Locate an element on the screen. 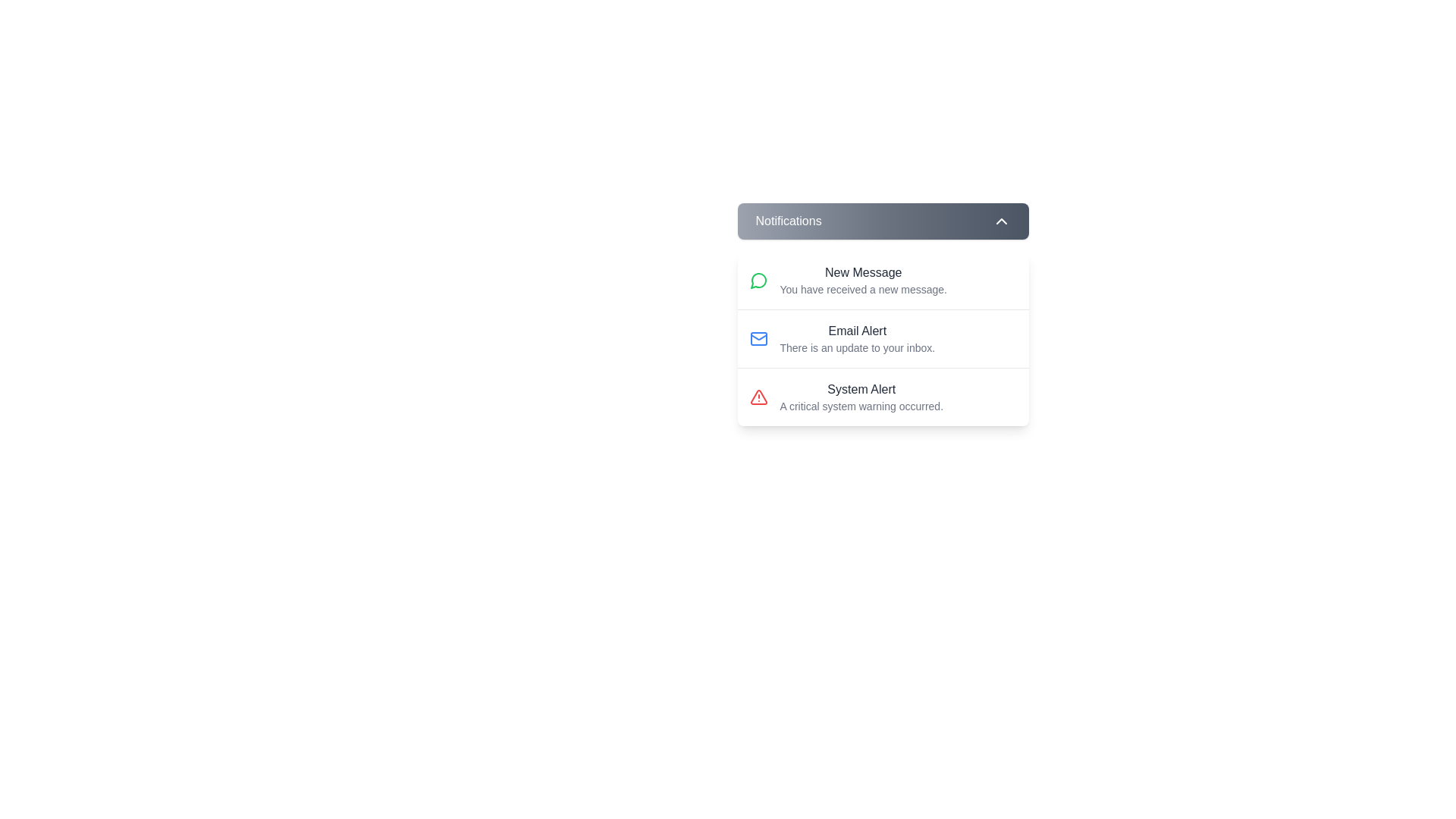  the appearance of the critical alert icon located to the left of the 'System Alert' text in the third row of the notification dropdown by moving the cursor to its center point is located at coordinates (758, 397).